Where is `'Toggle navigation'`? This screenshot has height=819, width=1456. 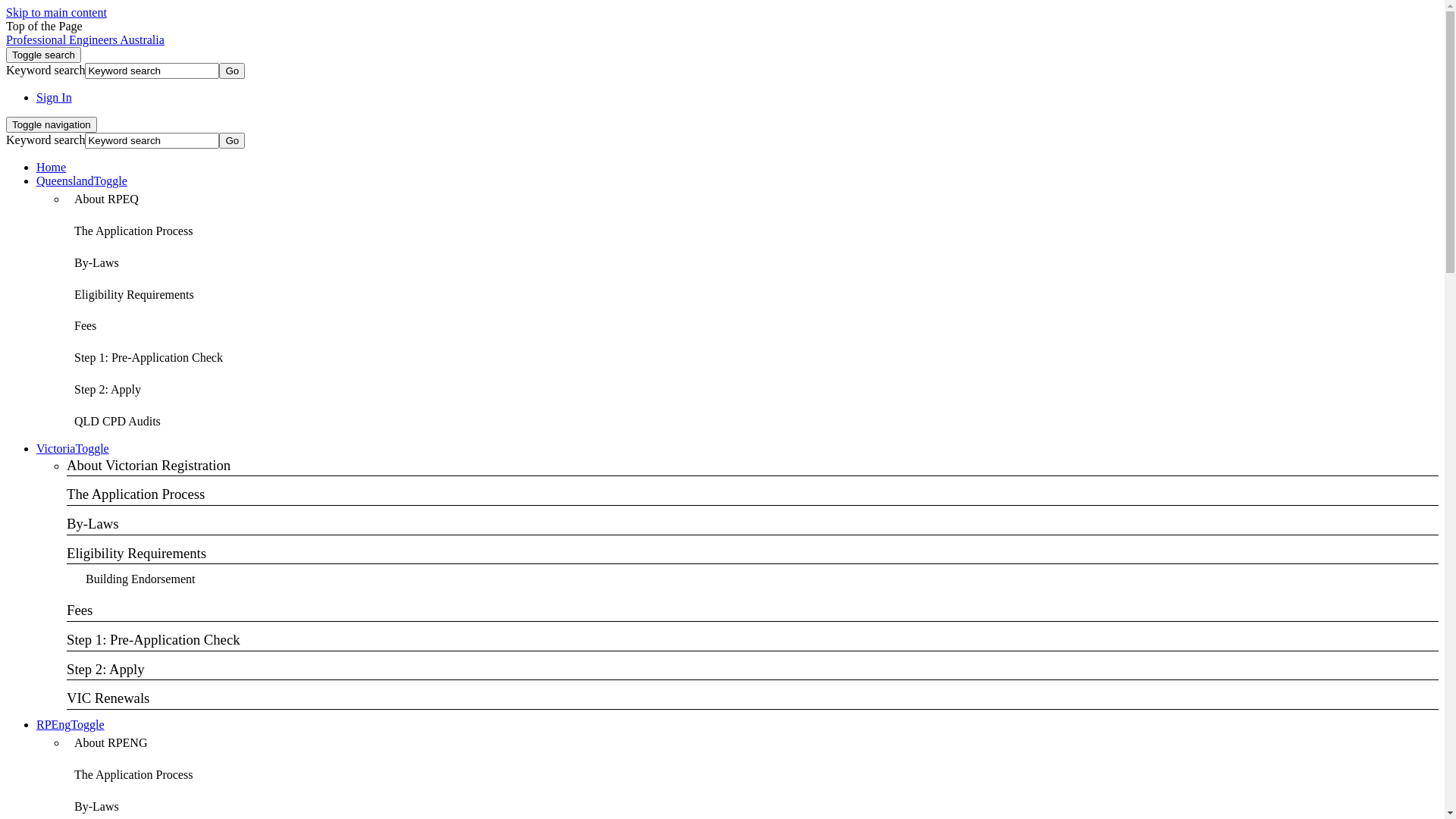 'Toggle navigation' is located at coordinates (51, 124).